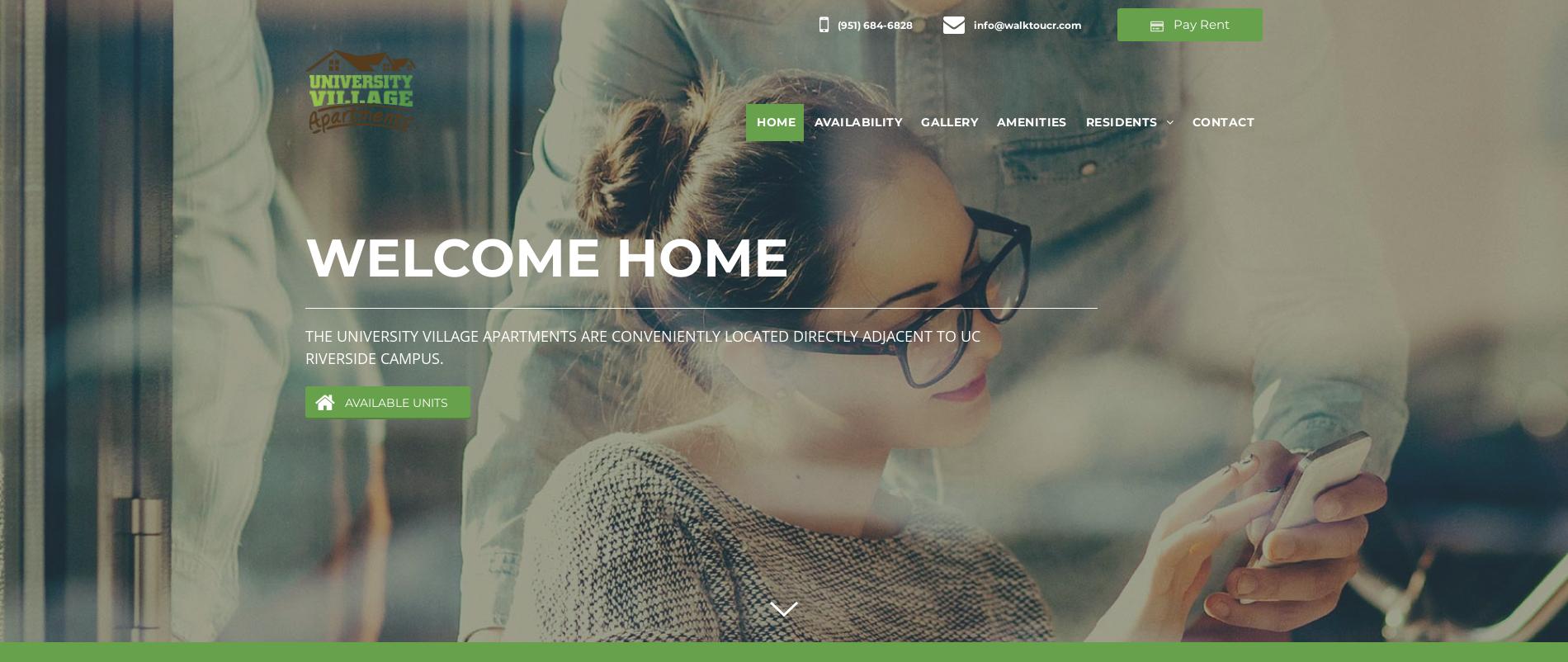  I want to click on 'AVAILABLE UNITS', so click(343, 403).